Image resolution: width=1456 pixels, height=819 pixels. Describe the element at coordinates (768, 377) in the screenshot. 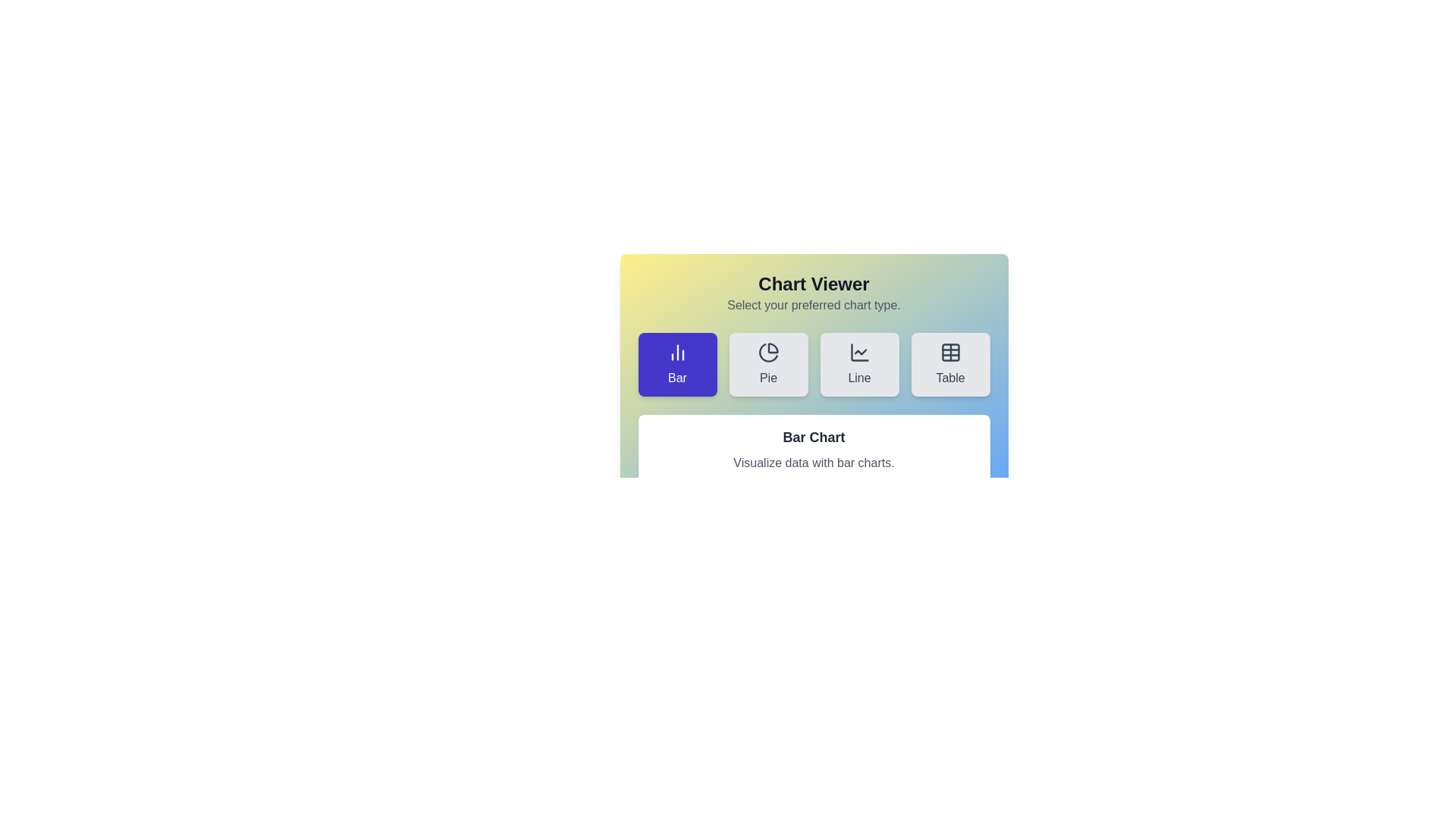

I see `the text label displaying the word 'Pie', which is center-aligned and positioned below a pie chart icon` at that location.